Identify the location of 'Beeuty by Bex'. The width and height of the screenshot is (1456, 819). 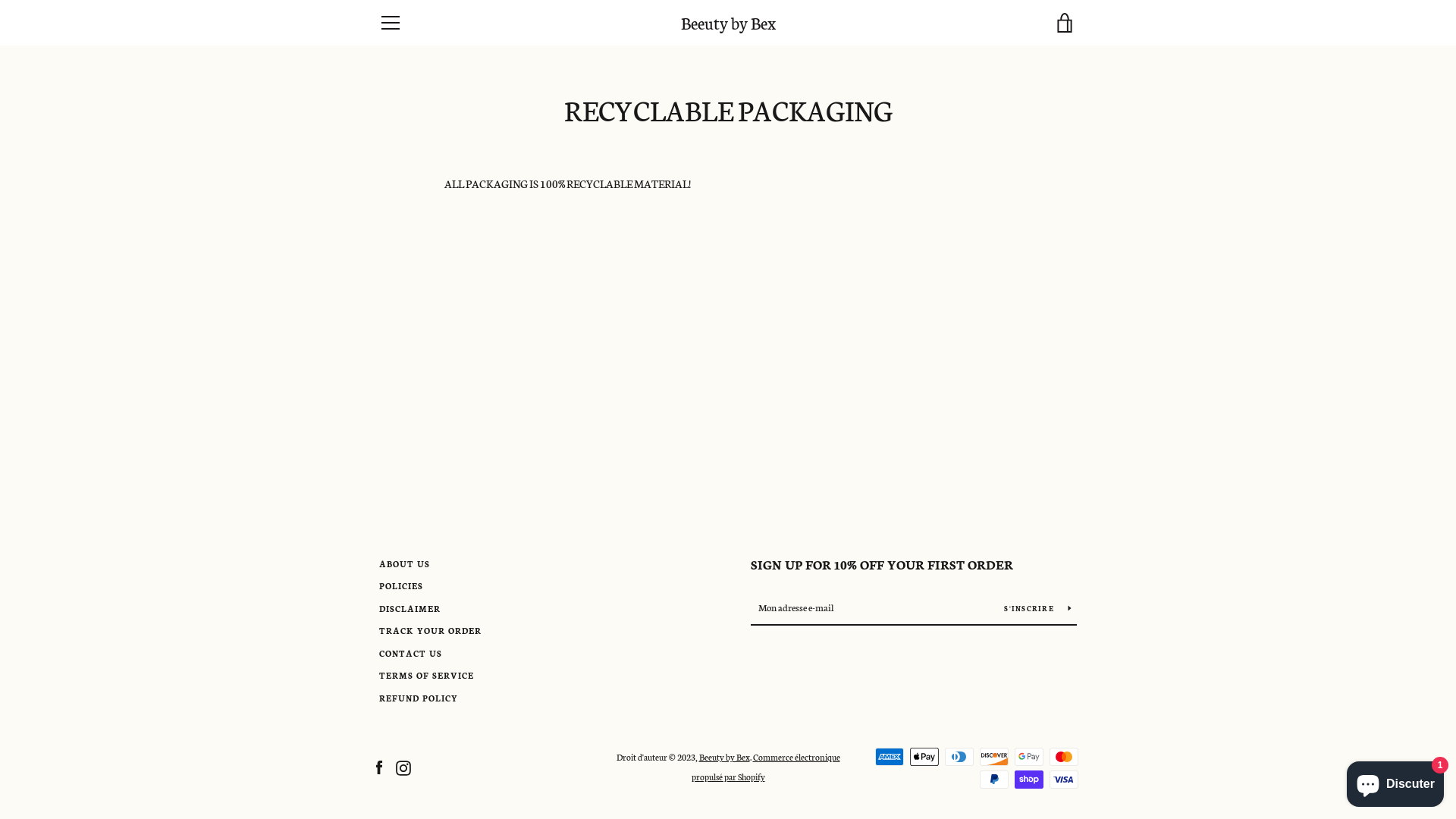
(728, 23).